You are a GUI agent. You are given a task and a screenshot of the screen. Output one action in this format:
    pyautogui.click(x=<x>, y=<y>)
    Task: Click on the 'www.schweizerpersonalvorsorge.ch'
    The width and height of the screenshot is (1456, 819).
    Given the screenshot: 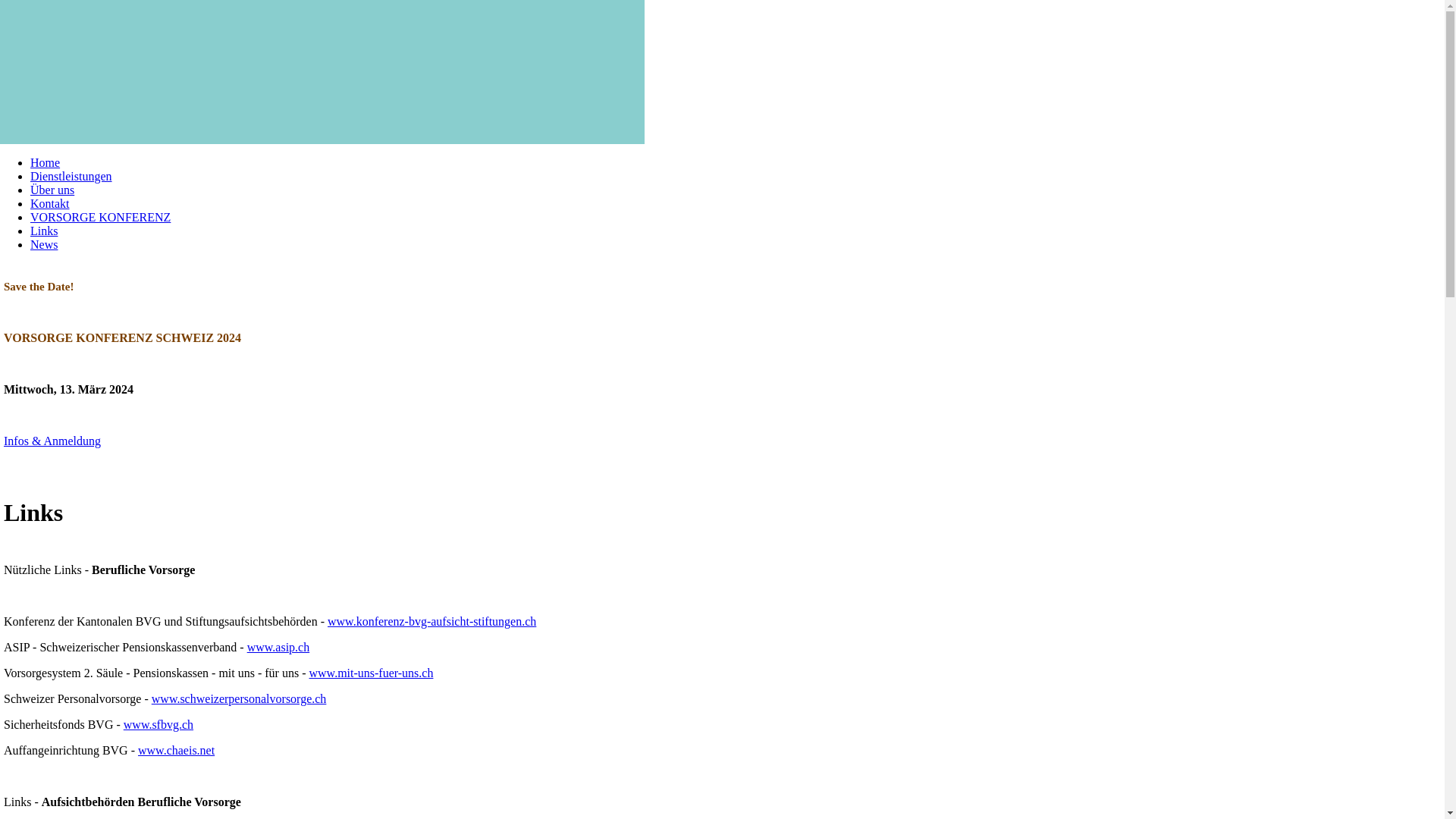 What is the action you would take?
    pyautogui.click(x=152, y=698)
    